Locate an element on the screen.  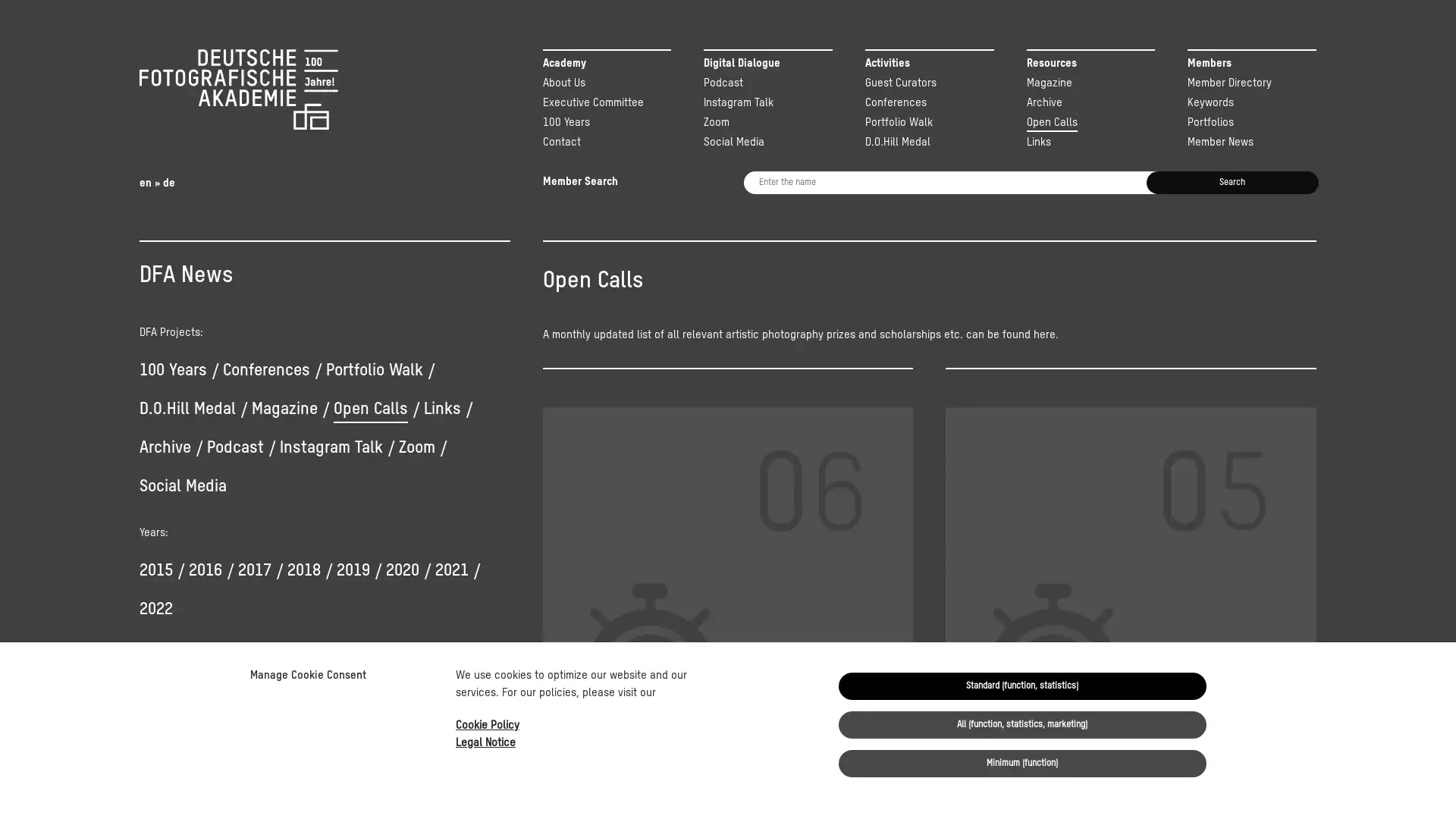
No is located at coordinates (184, 693).